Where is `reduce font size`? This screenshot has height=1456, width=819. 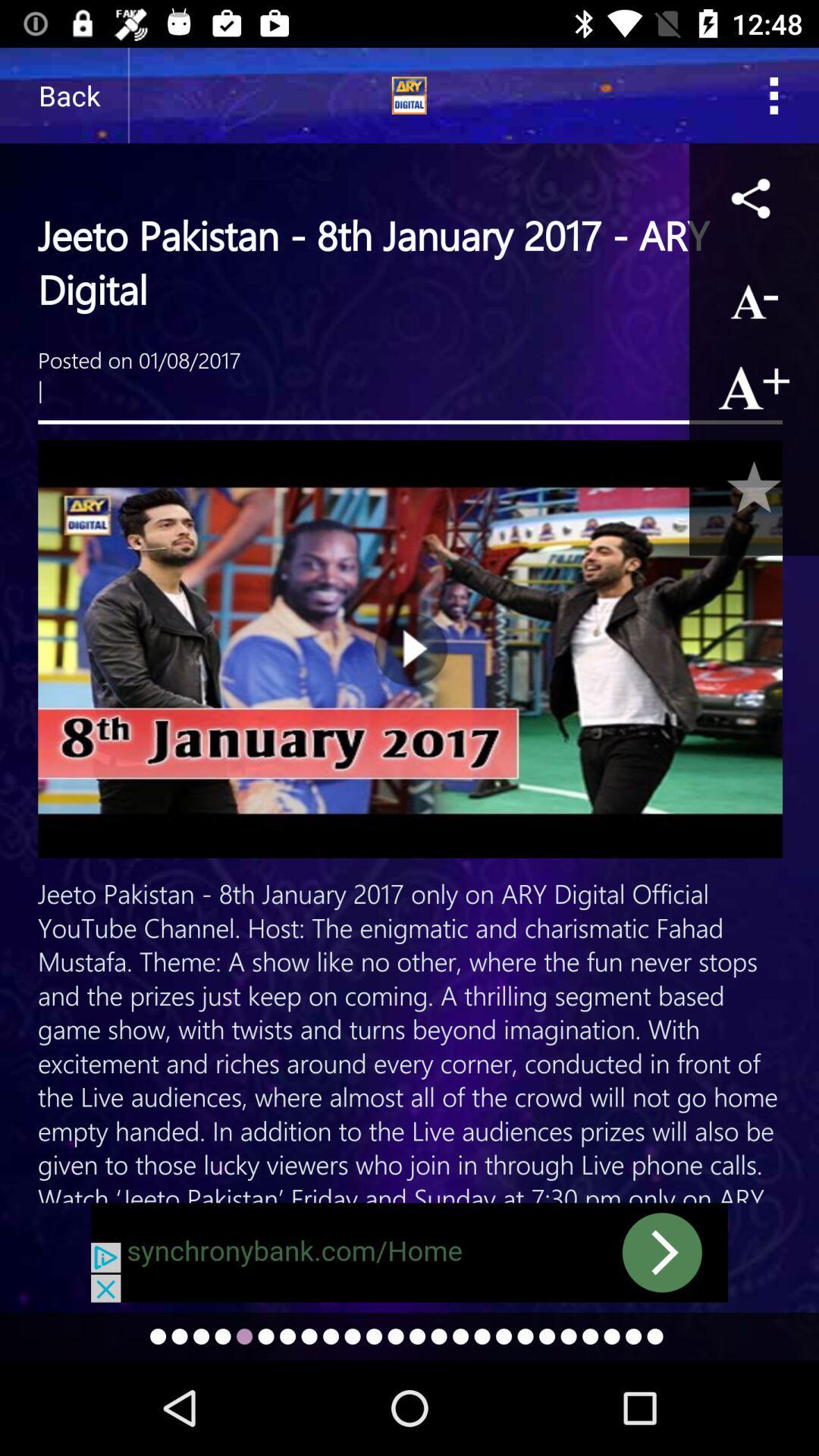 reduce font size is located at coordinates (754, 297).